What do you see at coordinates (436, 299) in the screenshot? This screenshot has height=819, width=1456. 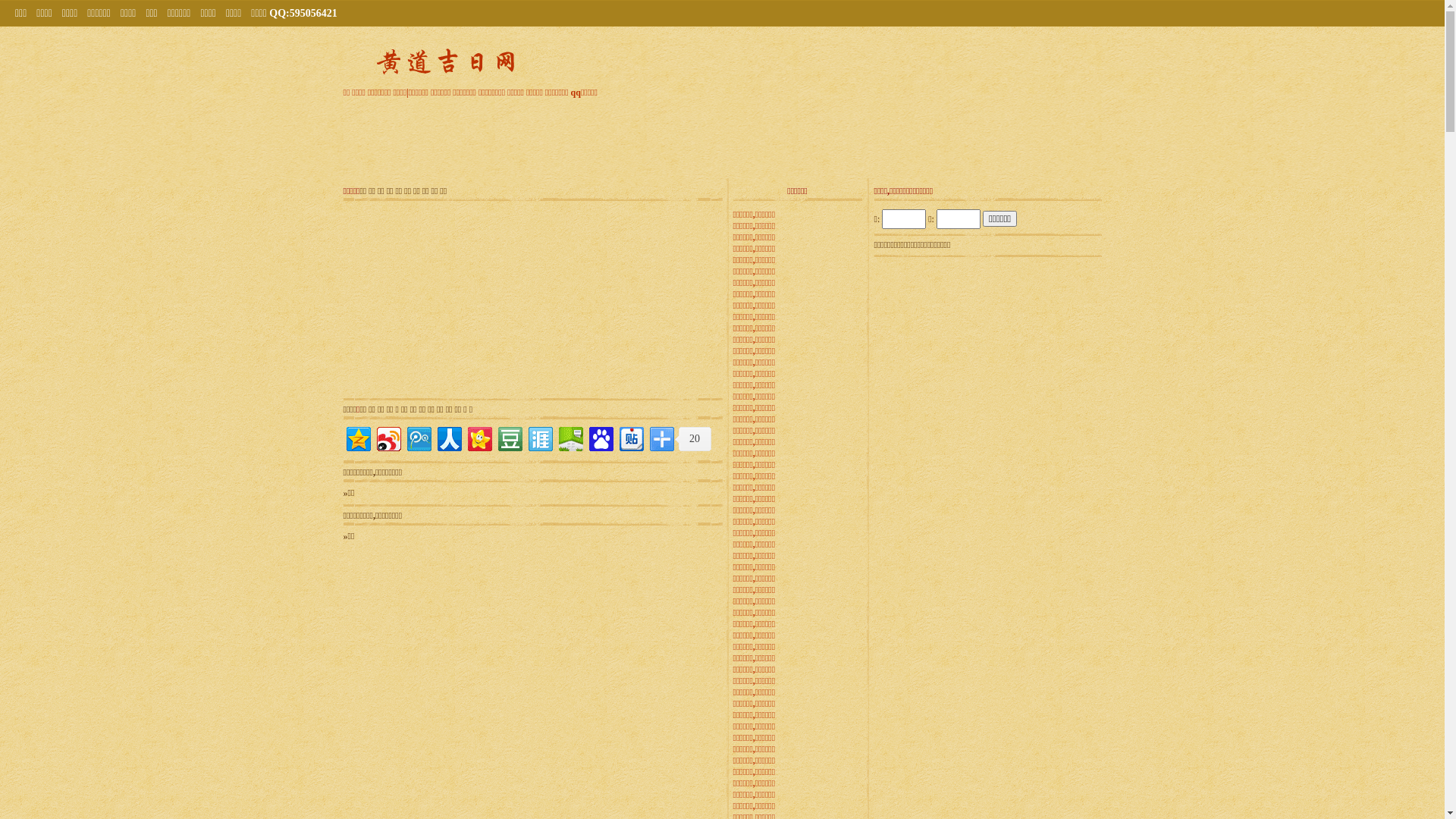 I see `'Advertisement'` at bounding box center [436, 299].